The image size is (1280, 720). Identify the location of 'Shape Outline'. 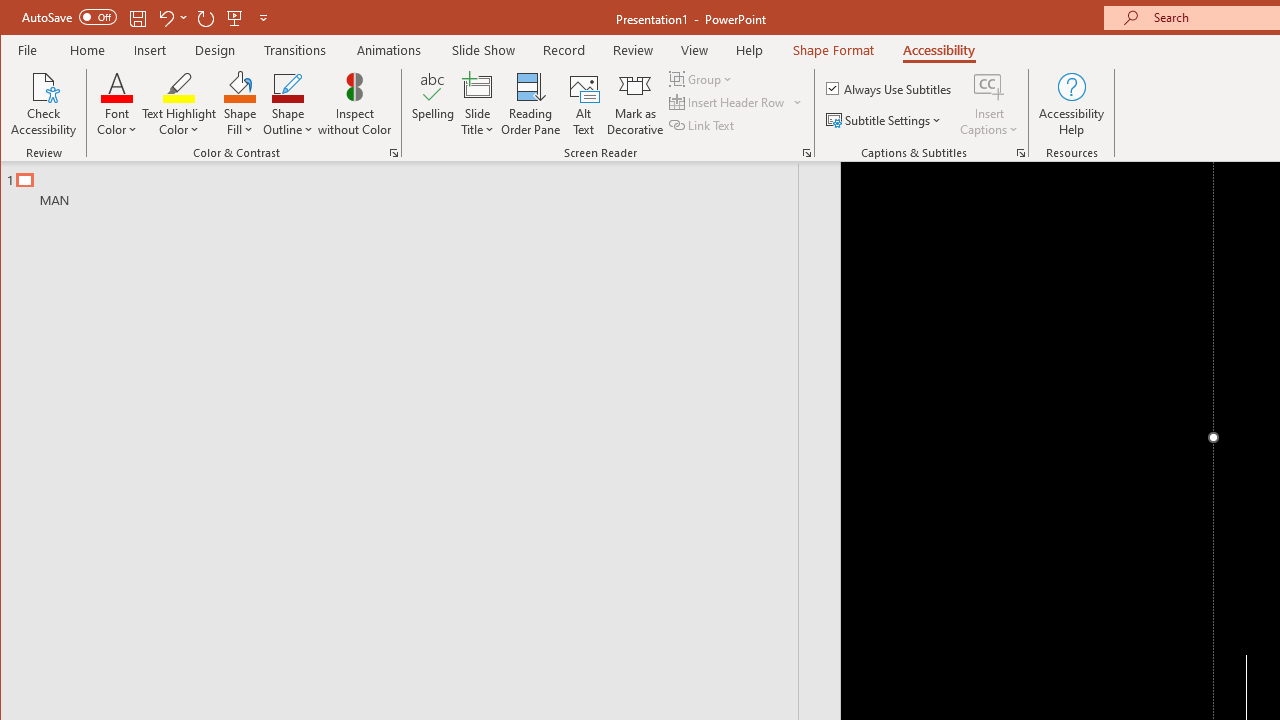
(287, 104).